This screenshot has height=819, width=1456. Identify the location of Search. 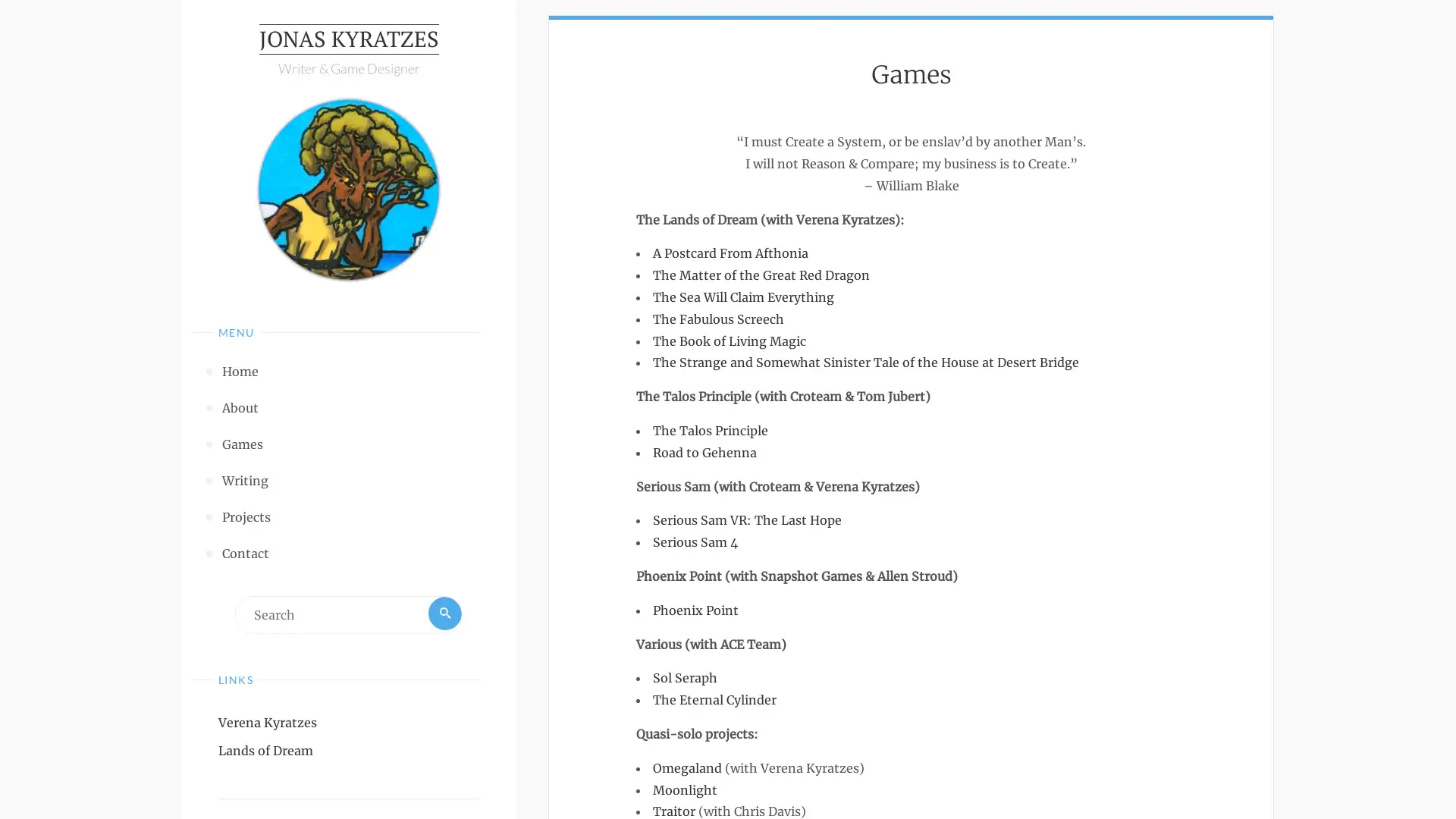
(443, 617).